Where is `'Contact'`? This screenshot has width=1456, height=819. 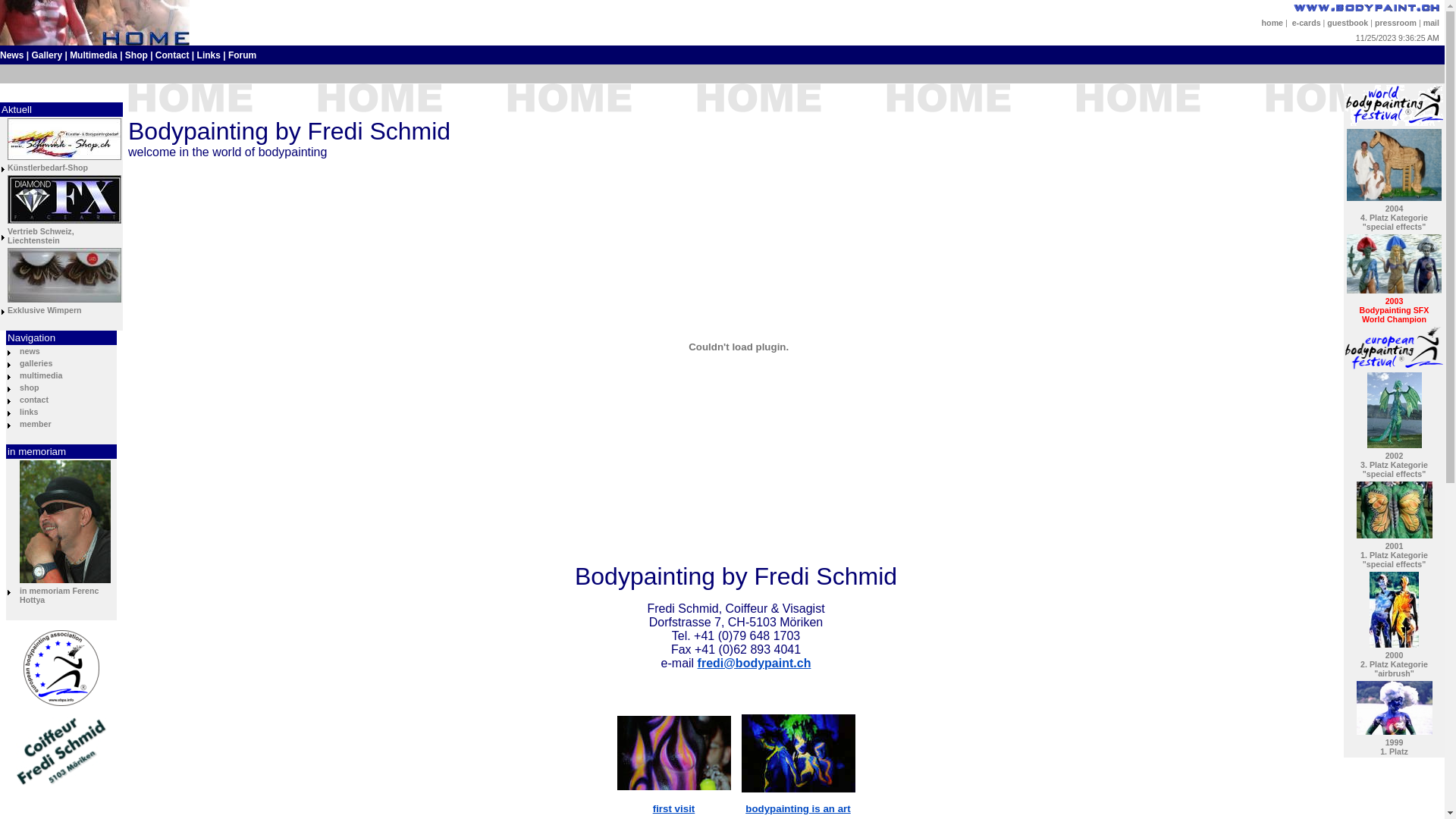 'Contact' is located at coordinates (172, 55).